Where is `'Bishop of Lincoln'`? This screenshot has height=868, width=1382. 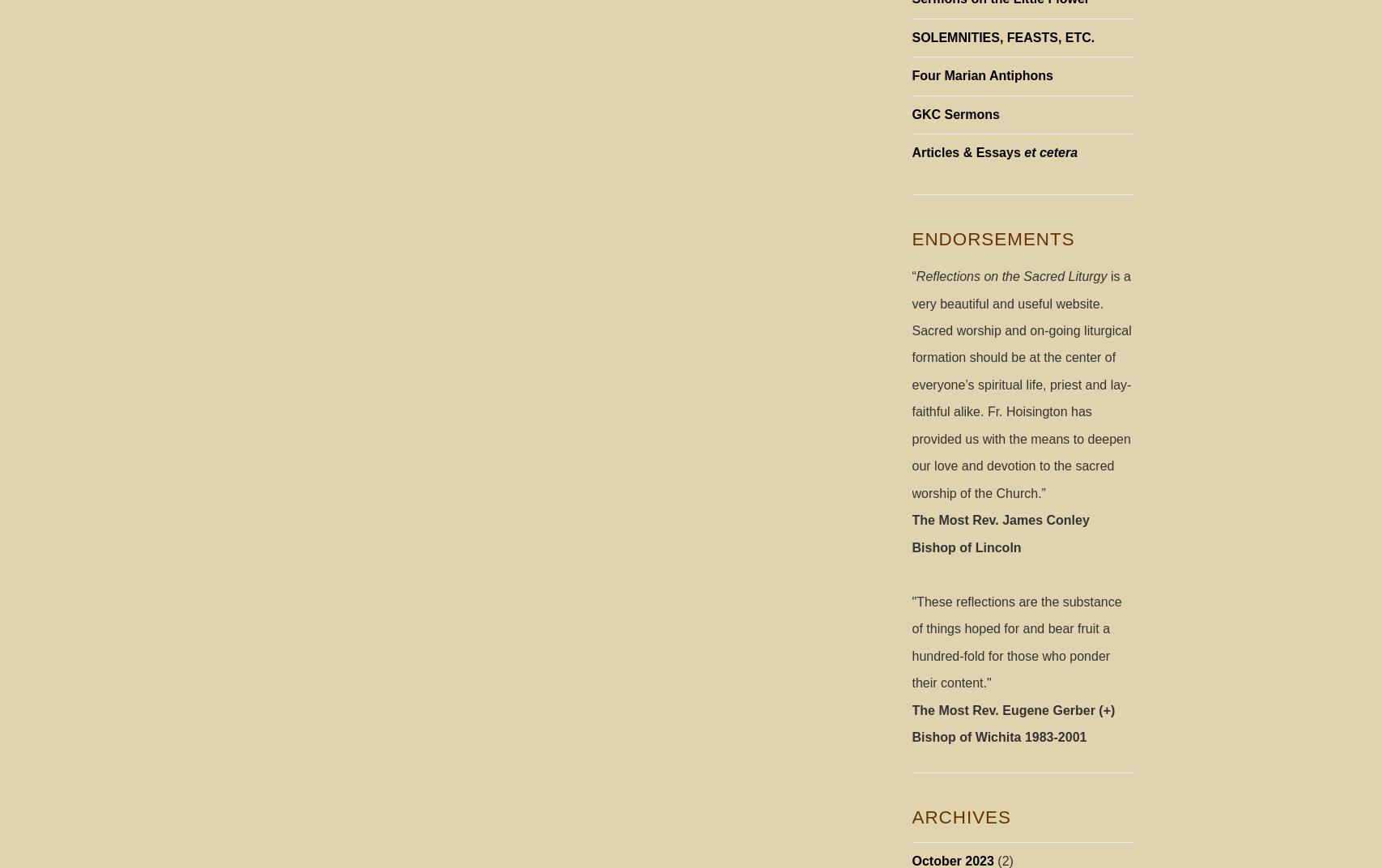 'Bishop of Lincoln' is located at coordinates (965, 546).